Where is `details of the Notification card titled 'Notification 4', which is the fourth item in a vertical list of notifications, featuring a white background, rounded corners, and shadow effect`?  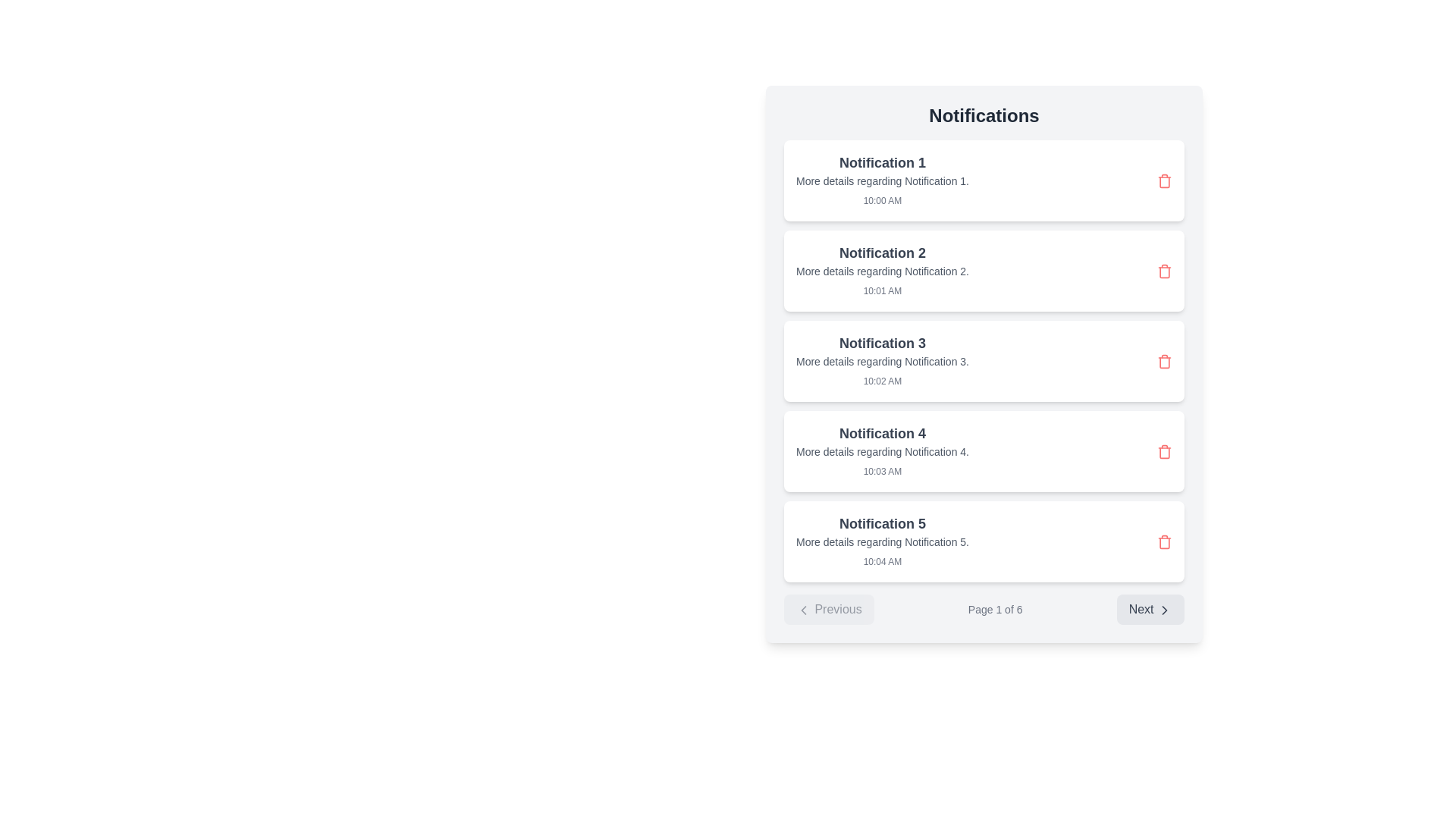
details of the Notification card titled 'Notification 4', which is the fourth item in a vertical list of notifications, featuring a white background, rounded corners, and shadow effect is located at coordinates (984, 450).